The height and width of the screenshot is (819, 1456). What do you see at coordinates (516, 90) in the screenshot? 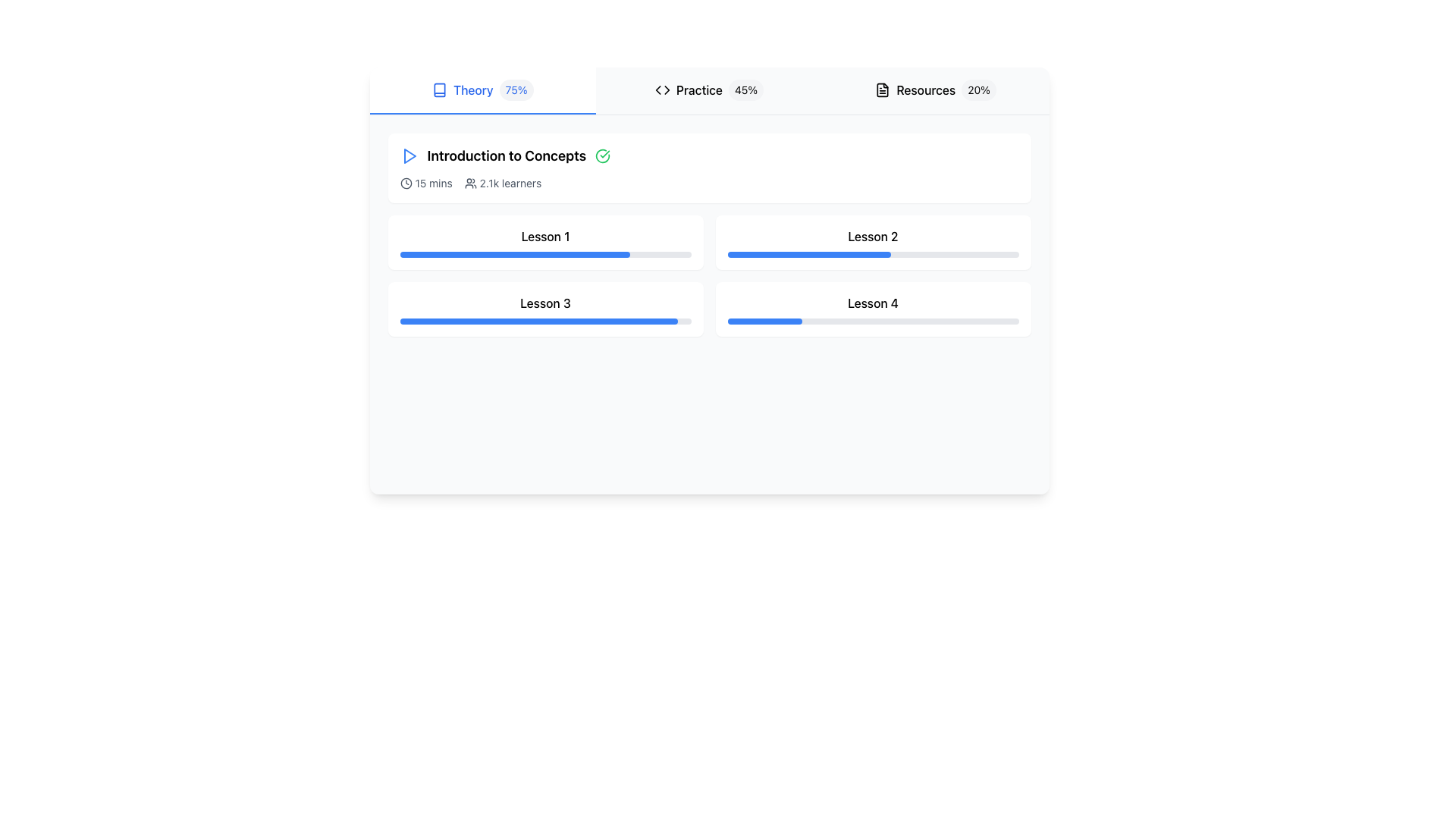
I see `the completion progress label of the 'Theory' section, which is located to the right of the 'Theory' label and to the left of the 'Practice' and 'Resources' tabs` at bounding box center [516, 90].